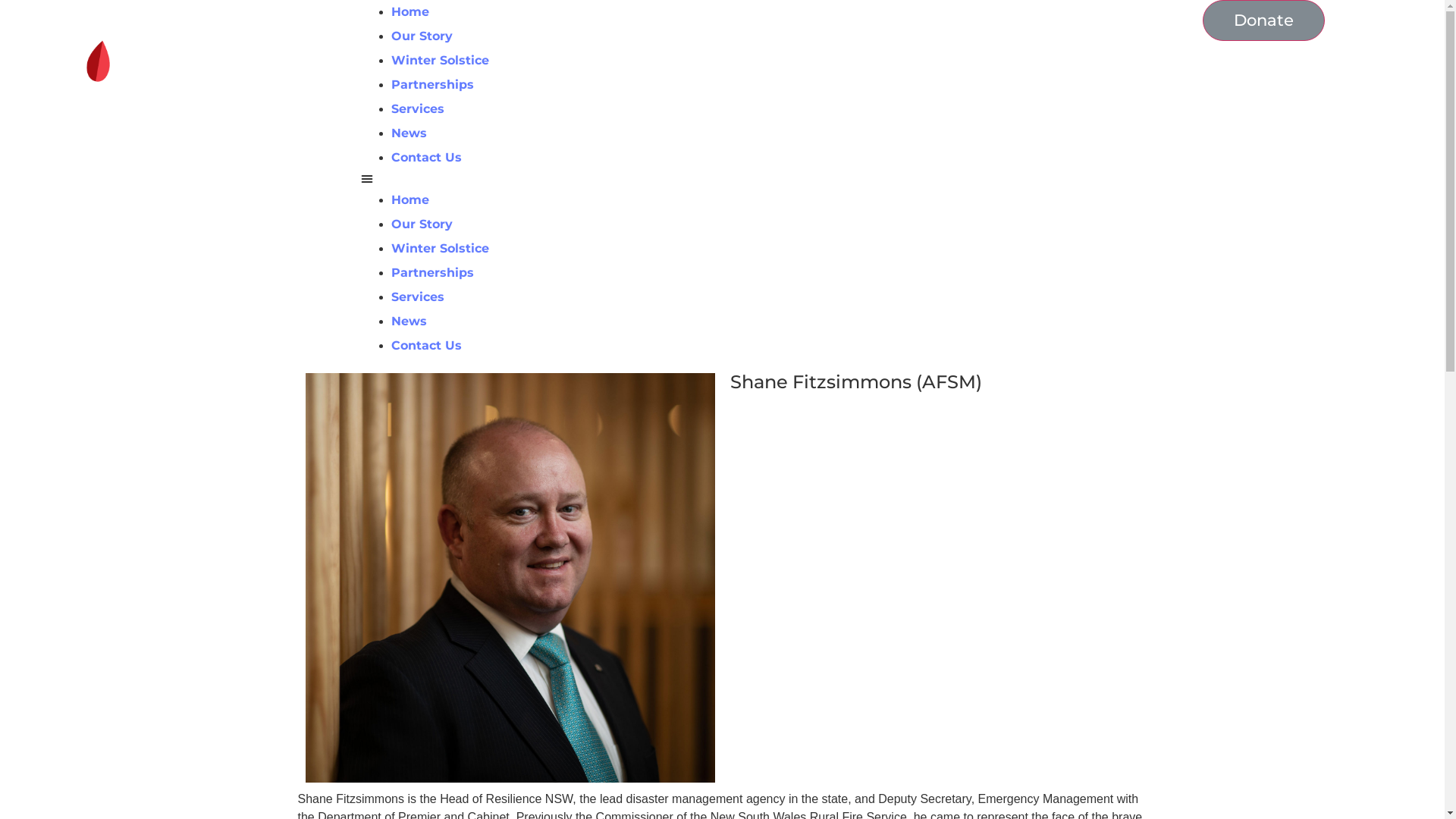  Describe the element at coordinates (418, 108) in the screenshot. I see `'Services'` at that location.